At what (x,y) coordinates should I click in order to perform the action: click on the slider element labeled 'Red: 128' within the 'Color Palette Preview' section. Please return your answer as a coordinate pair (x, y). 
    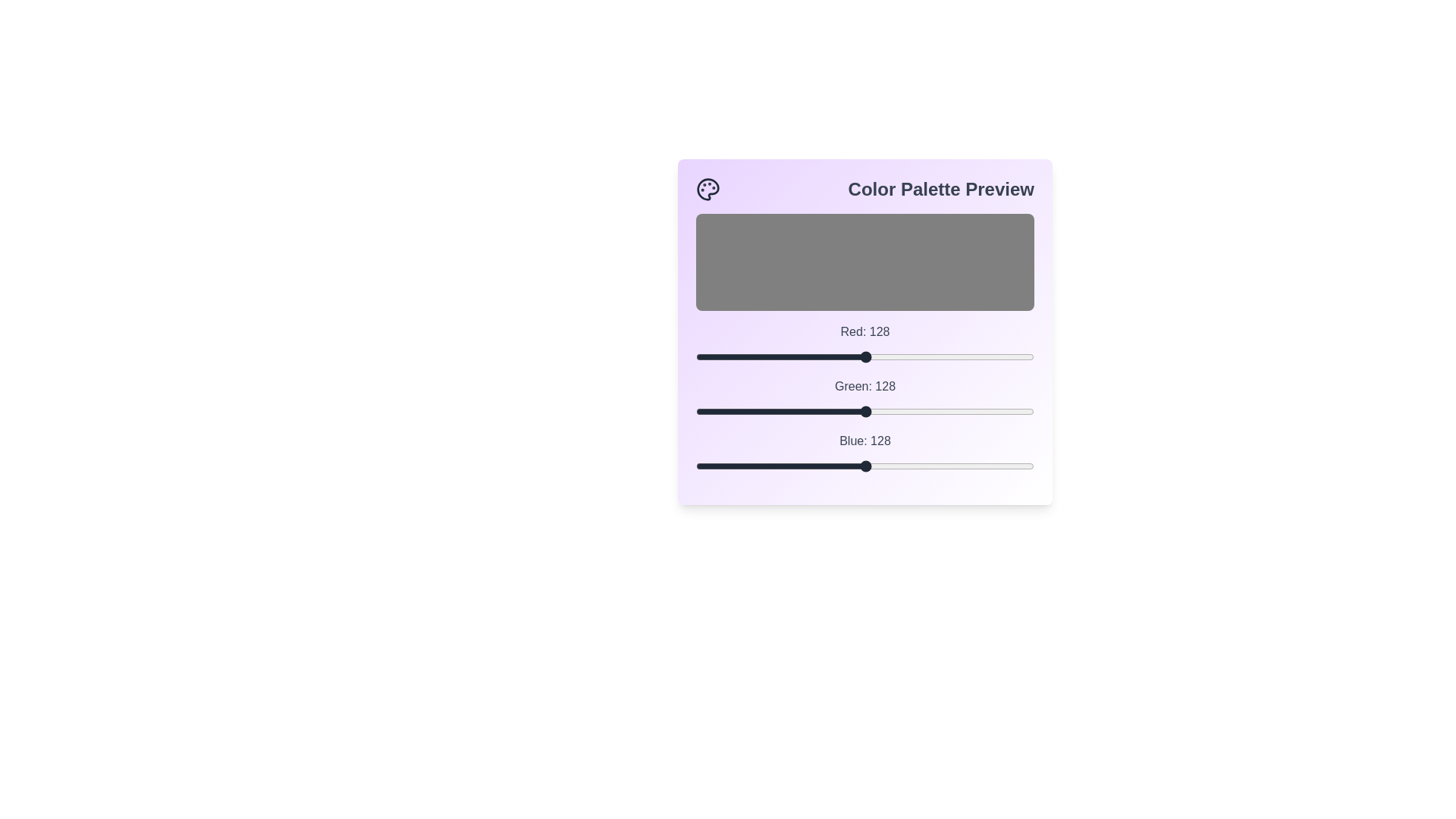
    Looking at the image, I should click on (865, 344).